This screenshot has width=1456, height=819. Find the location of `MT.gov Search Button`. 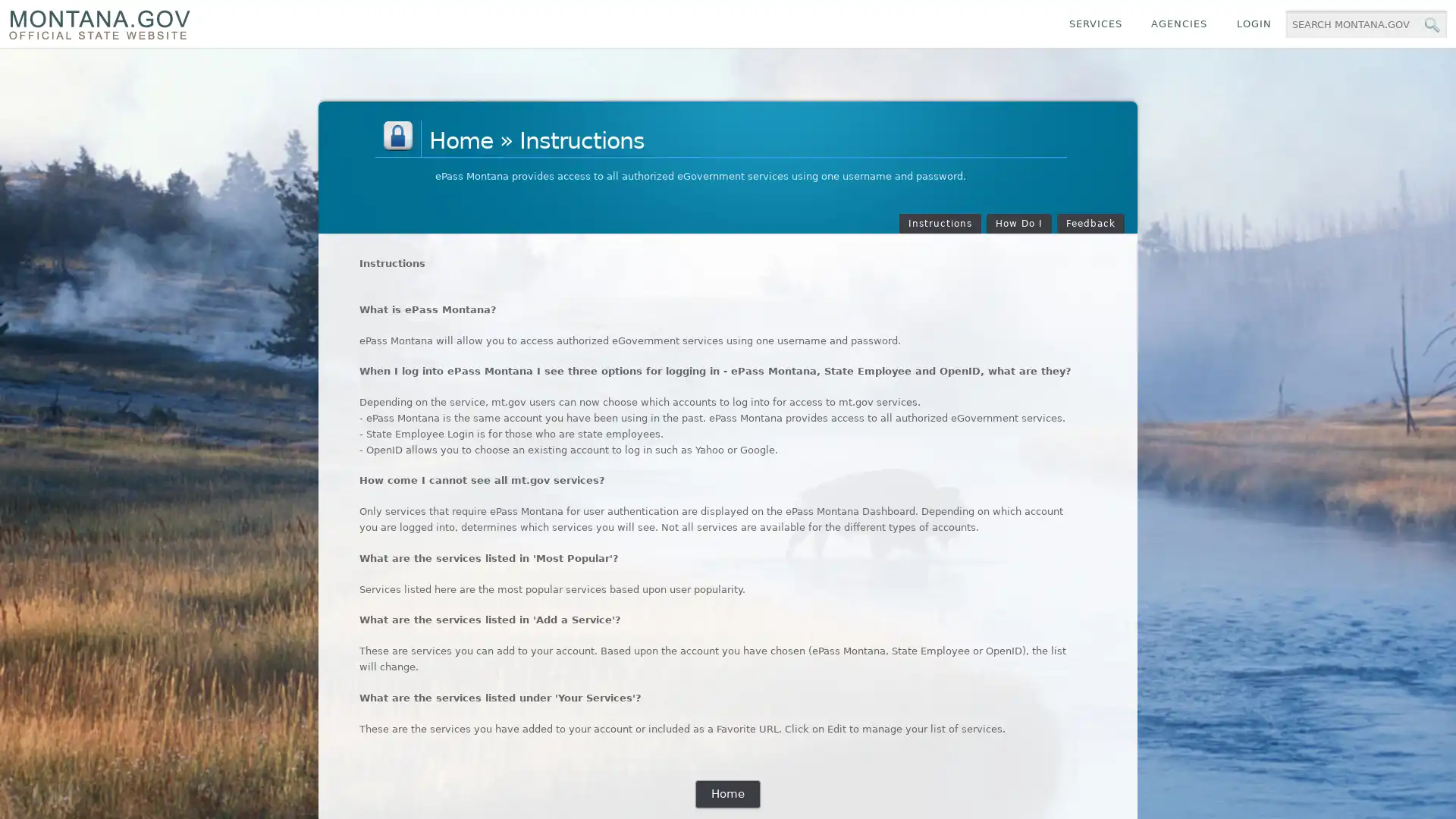

MT.gov Search Button is located at coordinates (1430, 25).